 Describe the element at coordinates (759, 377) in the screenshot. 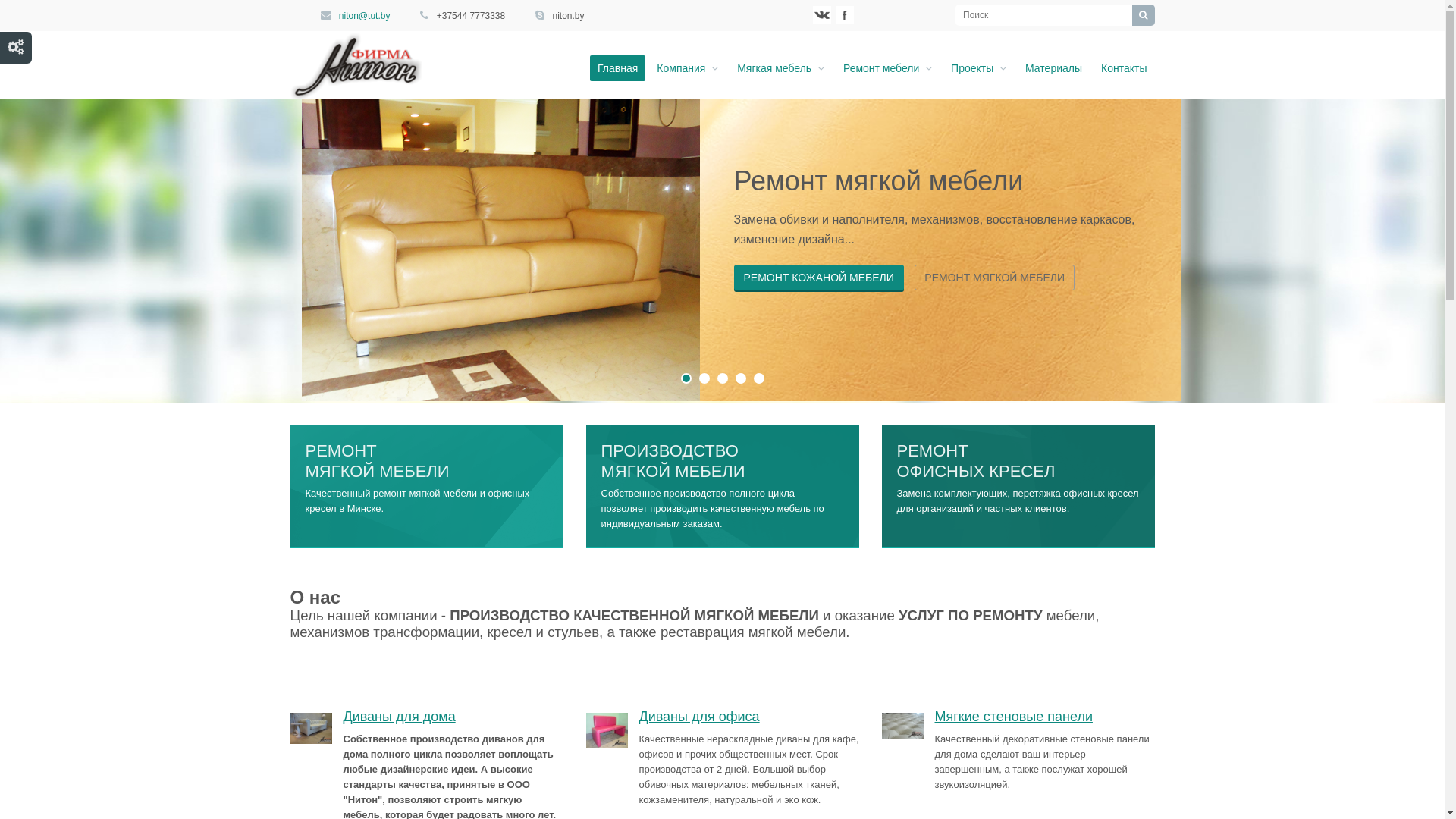

I see `'5'` at that location.